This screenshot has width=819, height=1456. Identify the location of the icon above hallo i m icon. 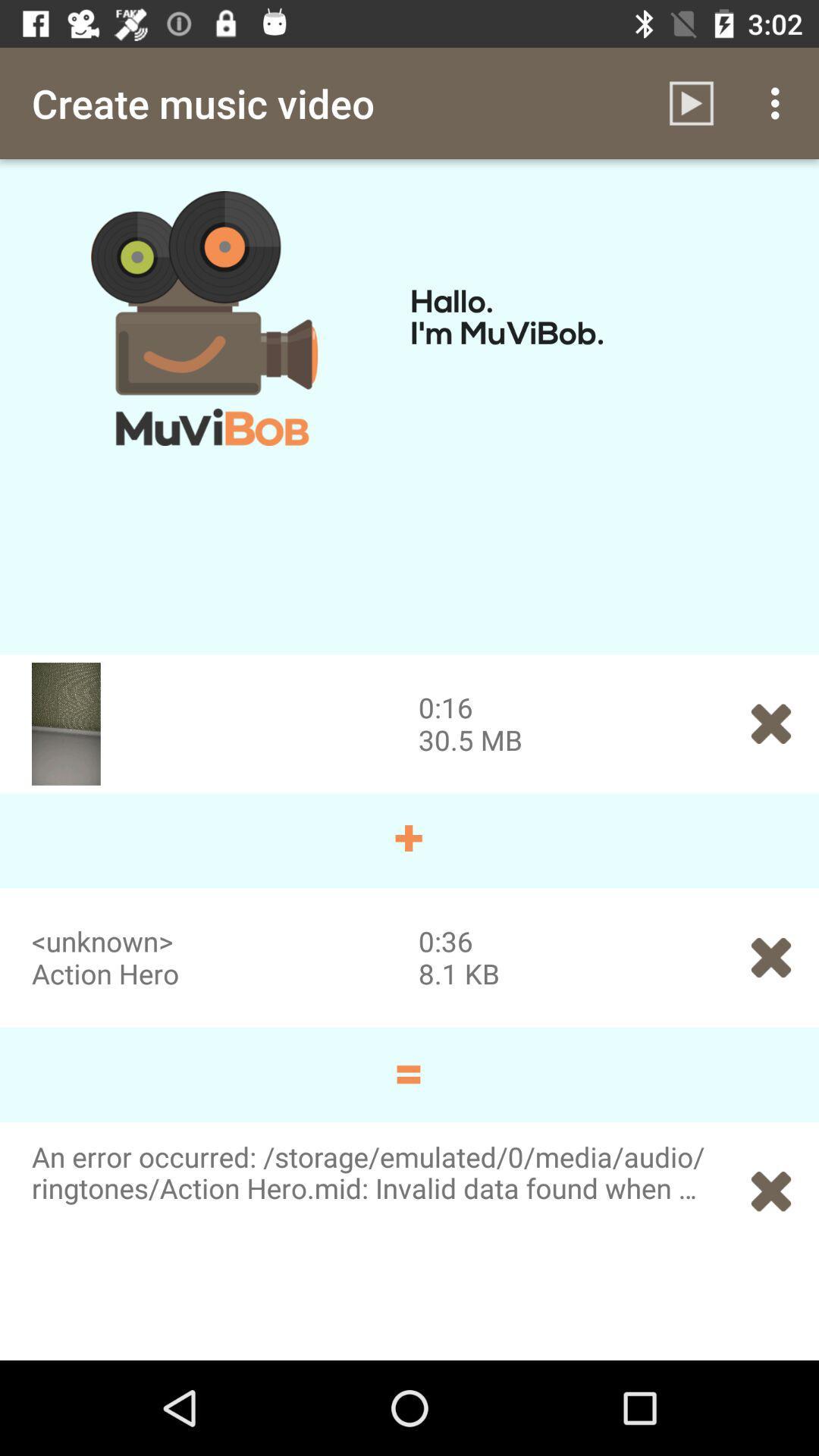
(779, 102).